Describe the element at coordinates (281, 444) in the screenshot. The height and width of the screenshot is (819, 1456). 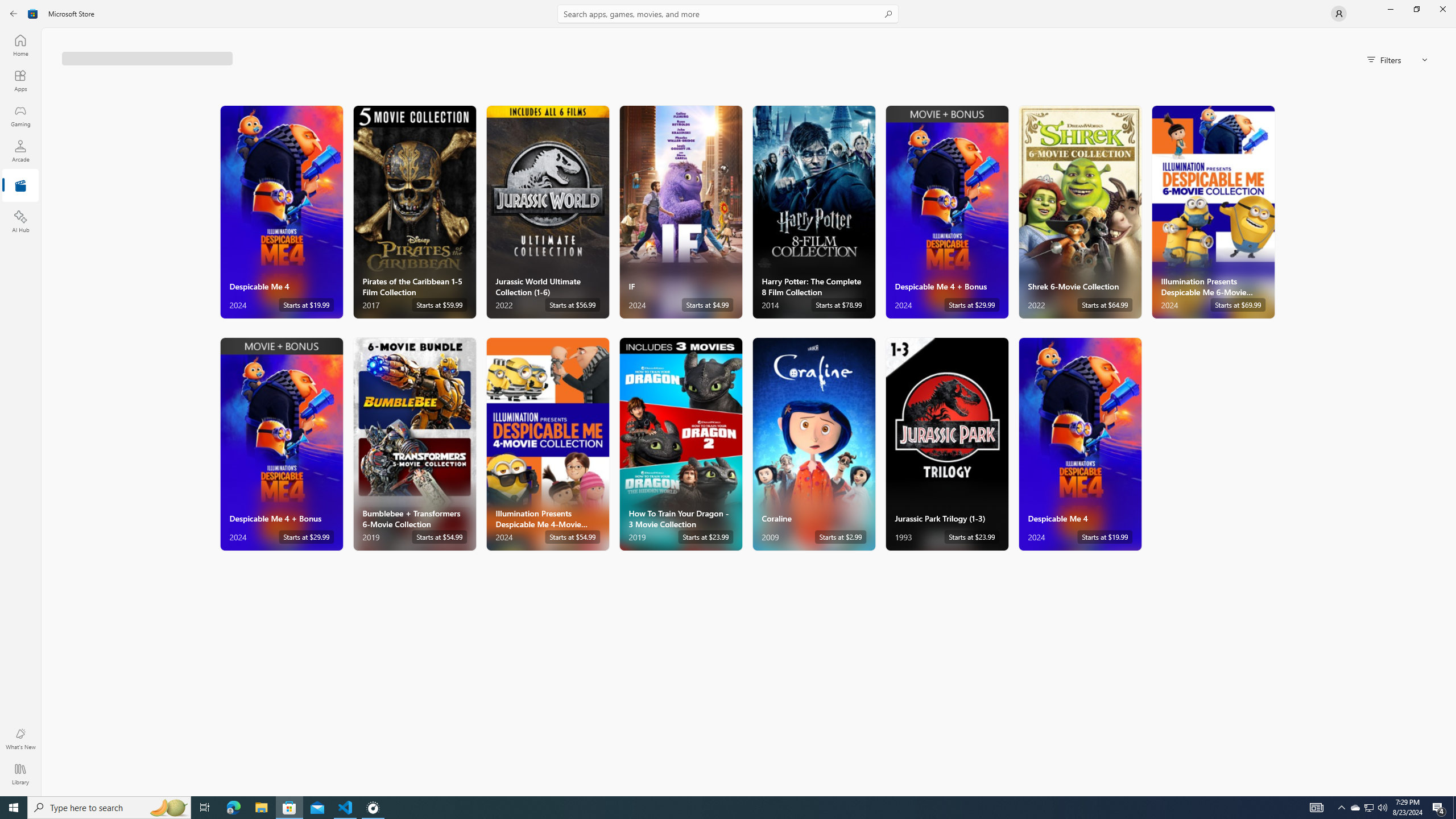
I see `'Despicable Me 4 + Bonus. Starts at $29.99  '` at that location.